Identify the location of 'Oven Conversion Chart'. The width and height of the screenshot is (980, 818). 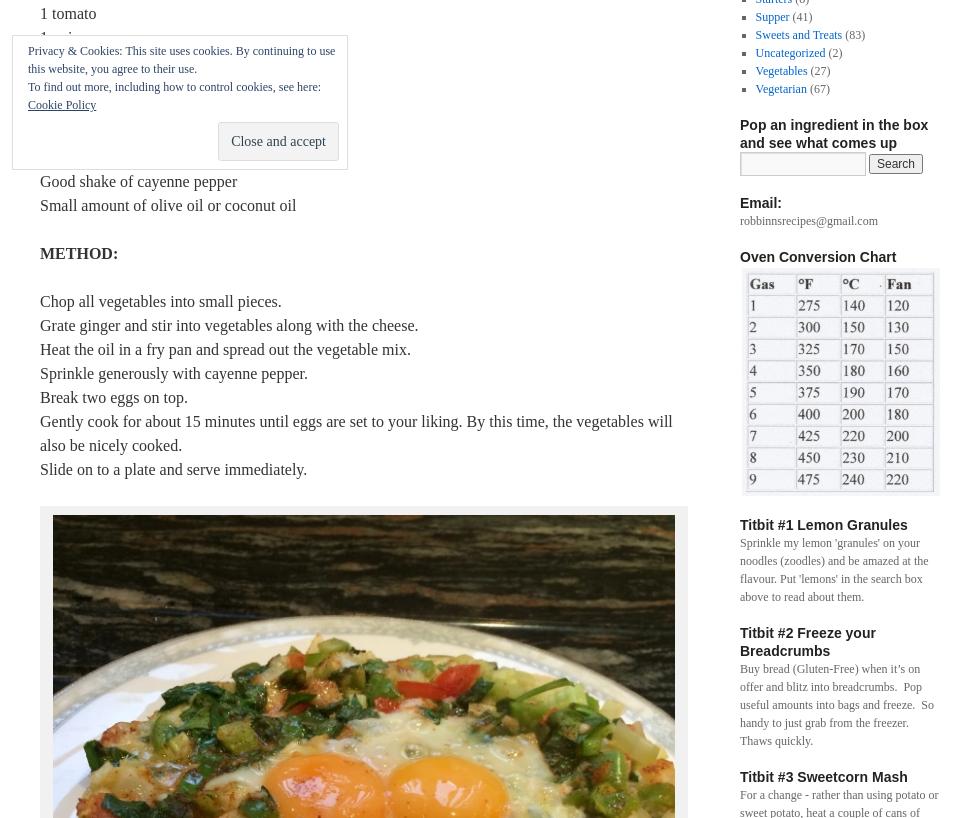
(818, 257).